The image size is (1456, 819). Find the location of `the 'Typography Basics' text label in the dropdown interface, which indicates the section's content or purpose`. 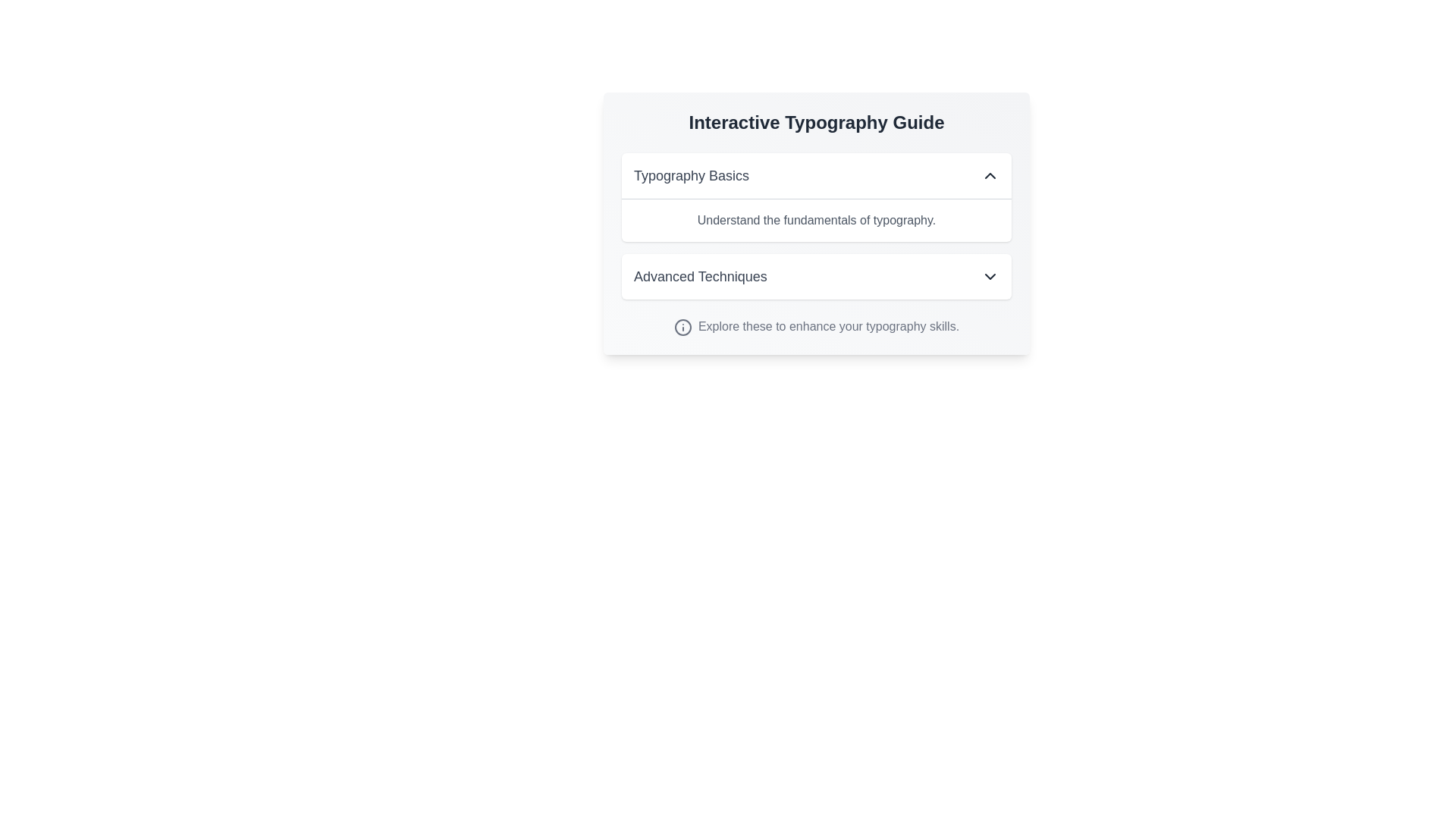

the 'Typography Basics' text label in the dropdown interface, which indicates the section's content or purpose is located at coordinates (691, 174).